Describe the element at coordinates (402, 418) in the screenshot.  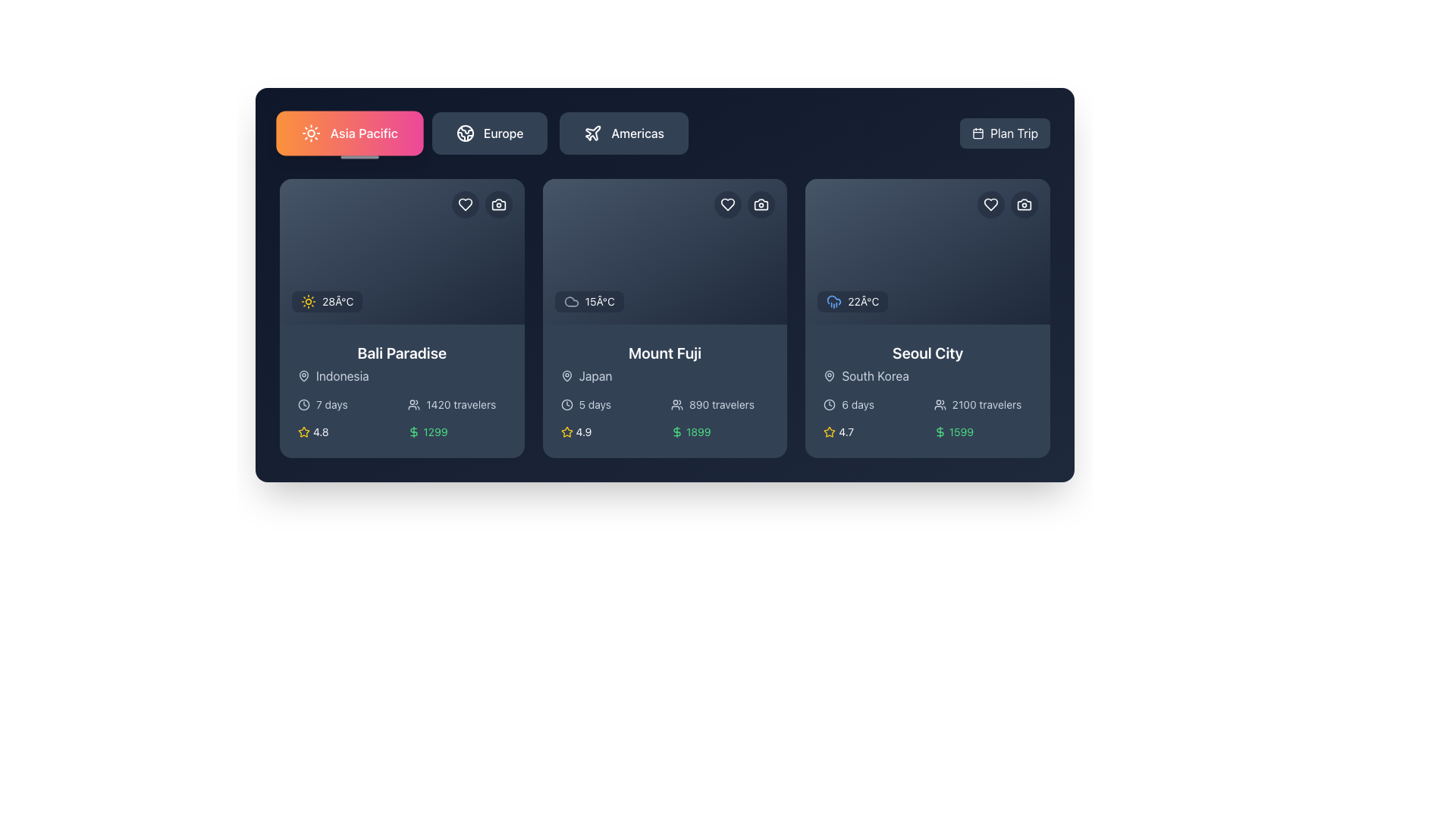
I see `detailed information about the travel package for 'Bali Paradise', including duration, number of travelers, rating, and price, from the informational section located at the lower part of the card` at that location.